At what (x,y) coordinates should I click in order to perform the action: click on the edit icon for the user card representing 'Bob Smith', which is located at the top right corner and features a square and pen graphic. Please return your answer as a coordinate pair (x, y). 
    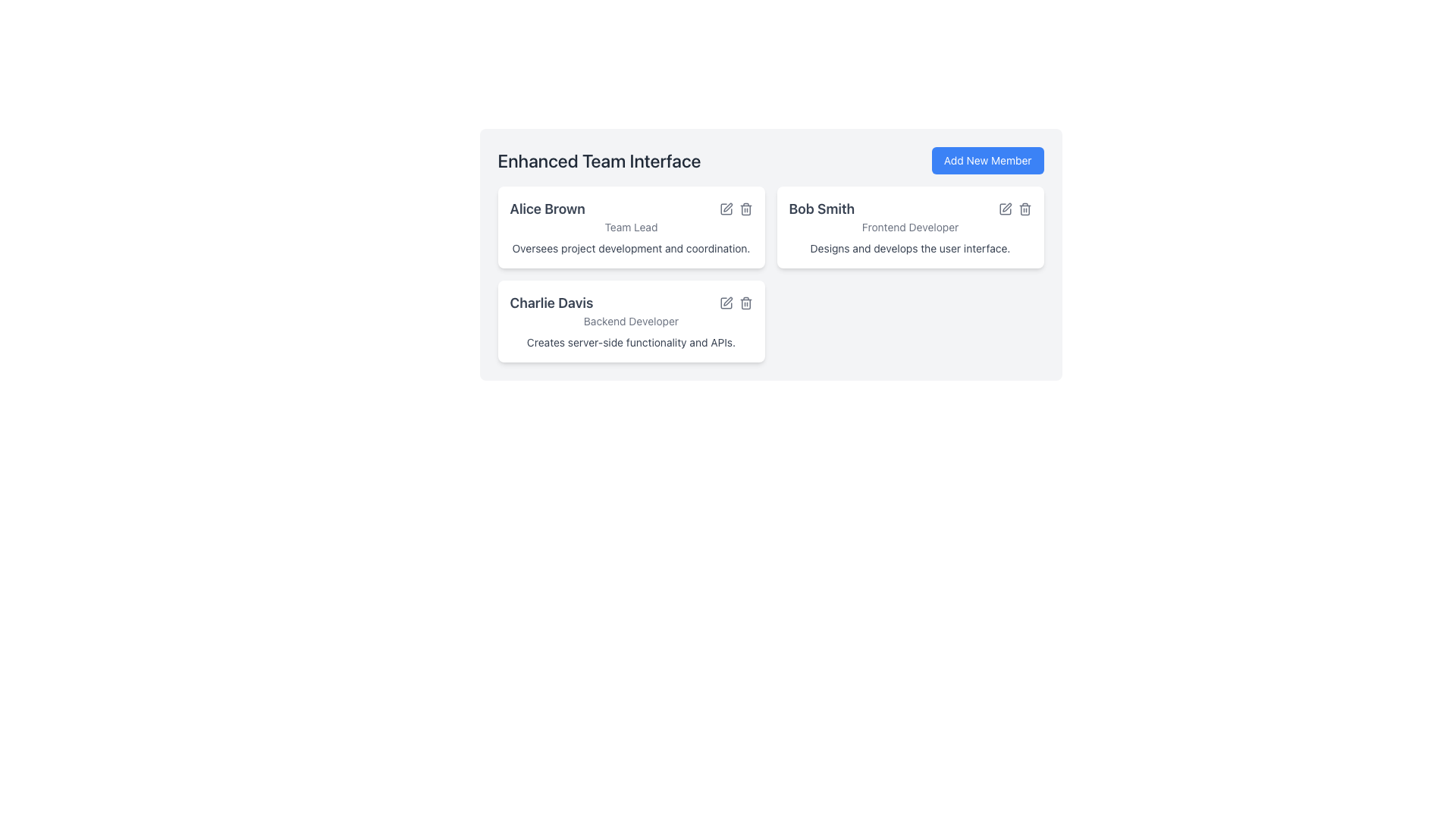
    Looking at the image, I should click on (1005, 209).